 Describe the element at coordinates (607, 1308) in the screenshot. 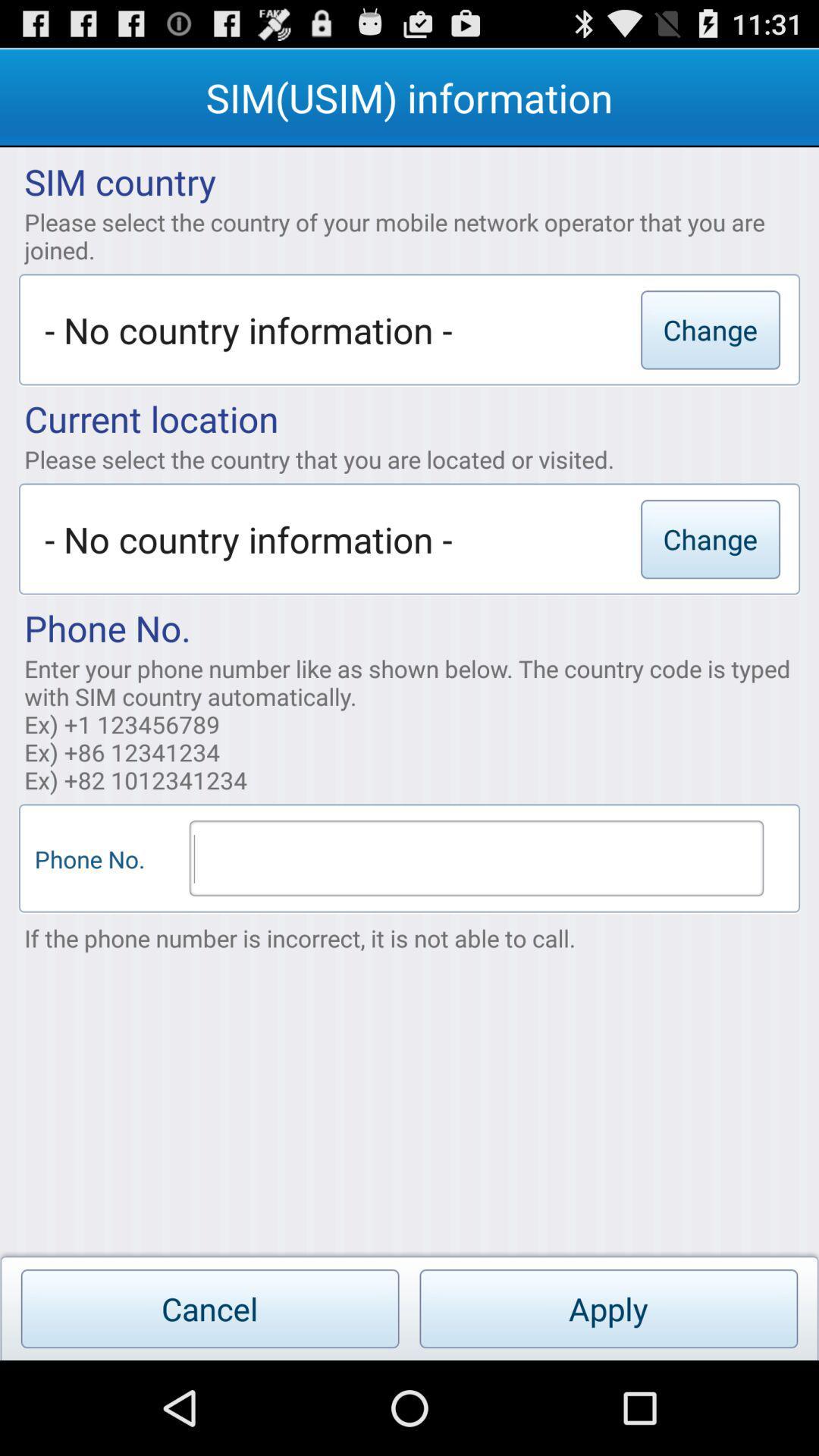

I see `the item to the right of cancel` at that location.